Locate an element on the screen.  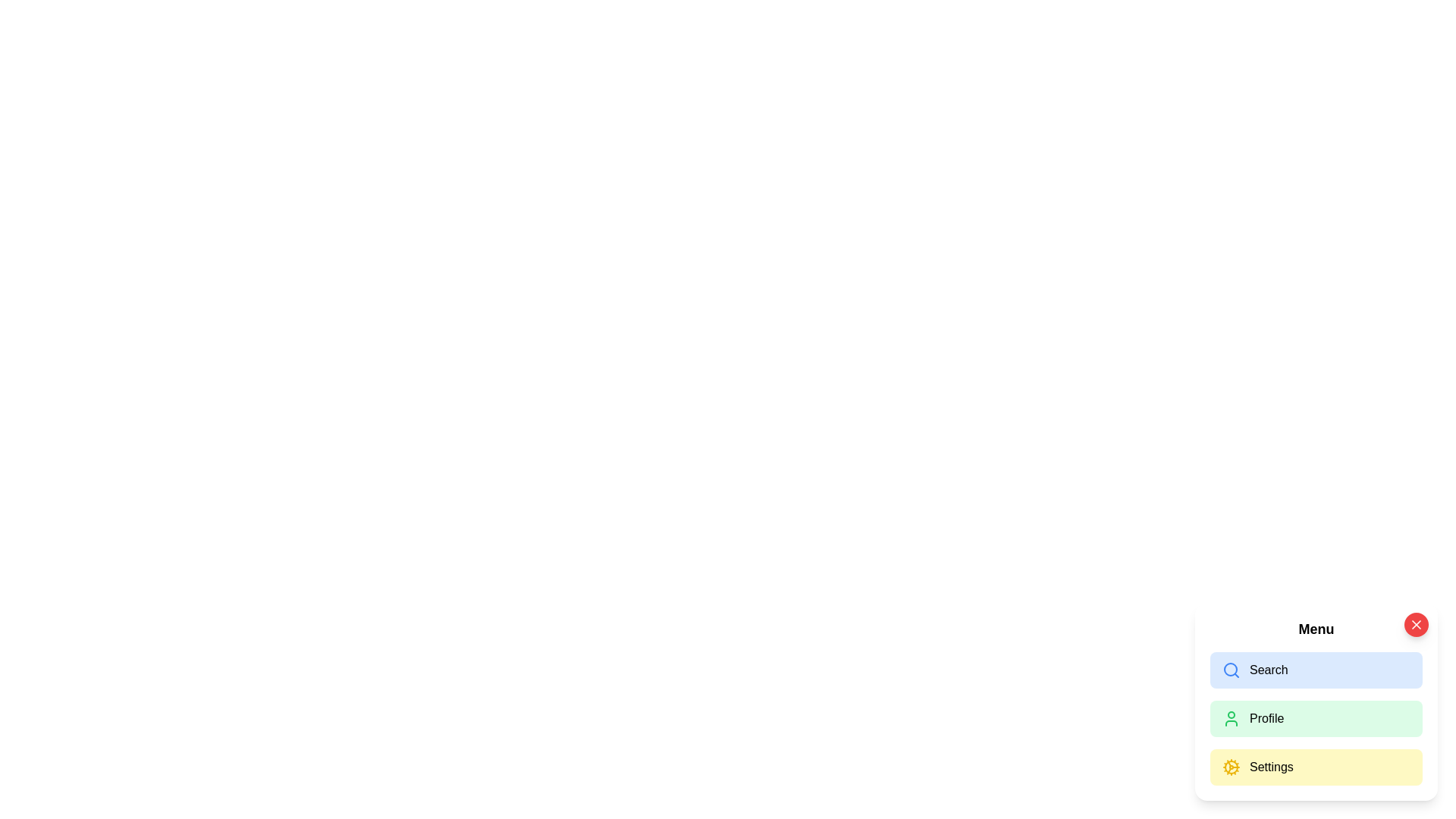
the navigational button that leads to the user's profile, located as the second item in a vertical list of three buttons within a menu, situated below the 'Search' button and above the 'Settings' button is located at coordinates (1316, 718).